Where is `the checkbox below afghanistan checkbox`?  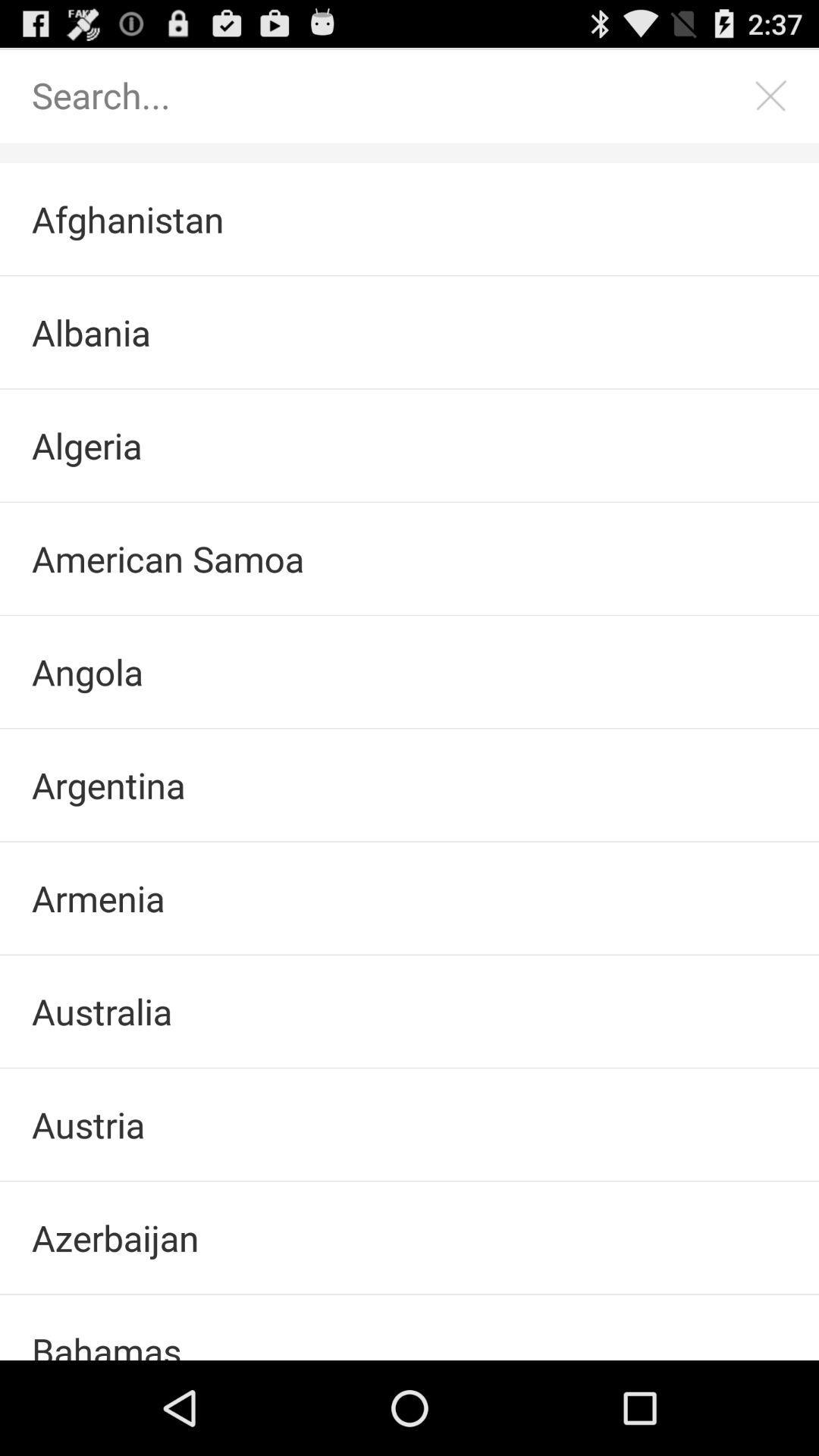 the checkbox below afghanistan checkbox is located at coordinates (409, 331).